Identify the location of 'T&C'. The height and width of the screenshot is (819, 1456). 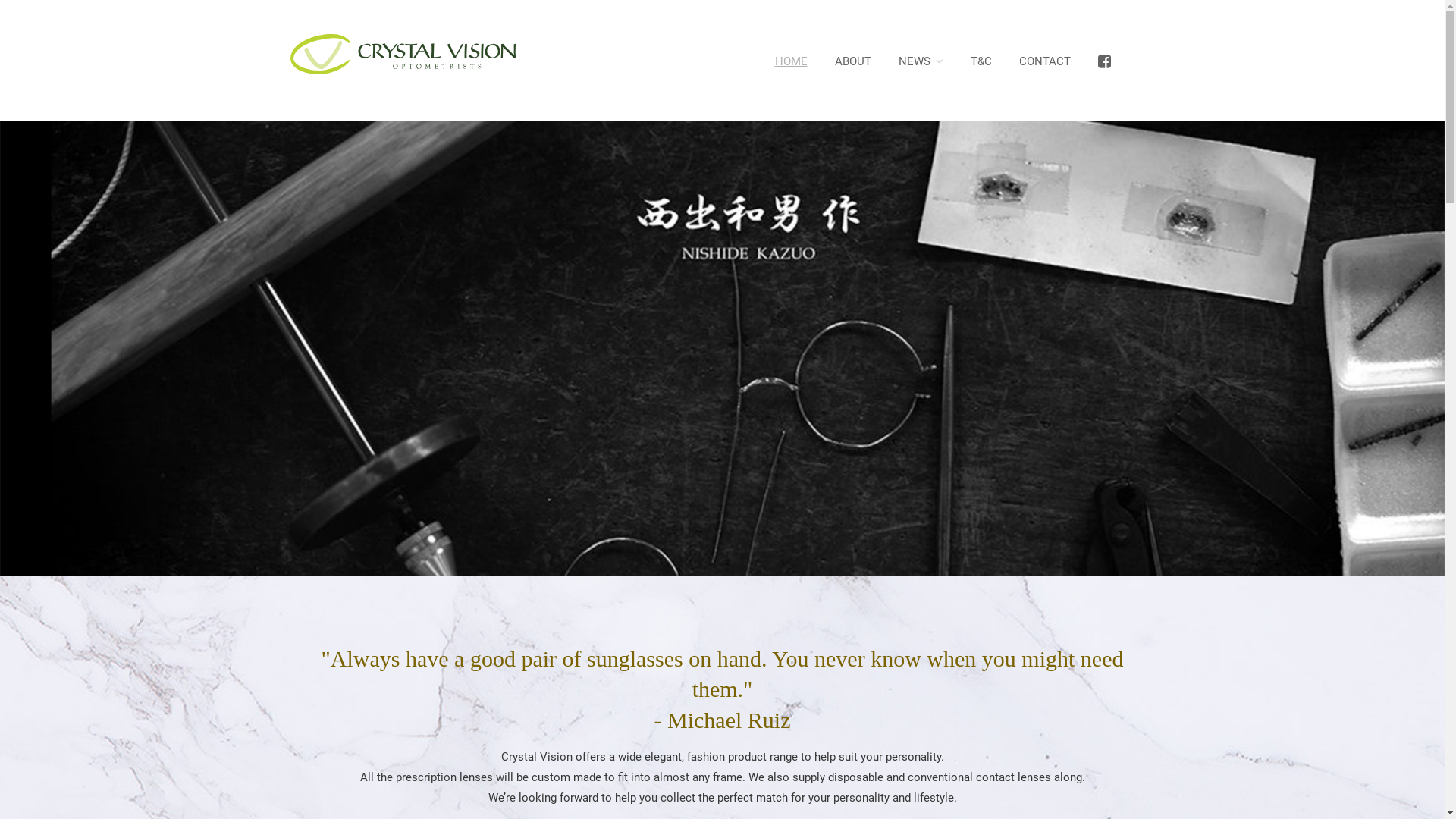
(981, 61).